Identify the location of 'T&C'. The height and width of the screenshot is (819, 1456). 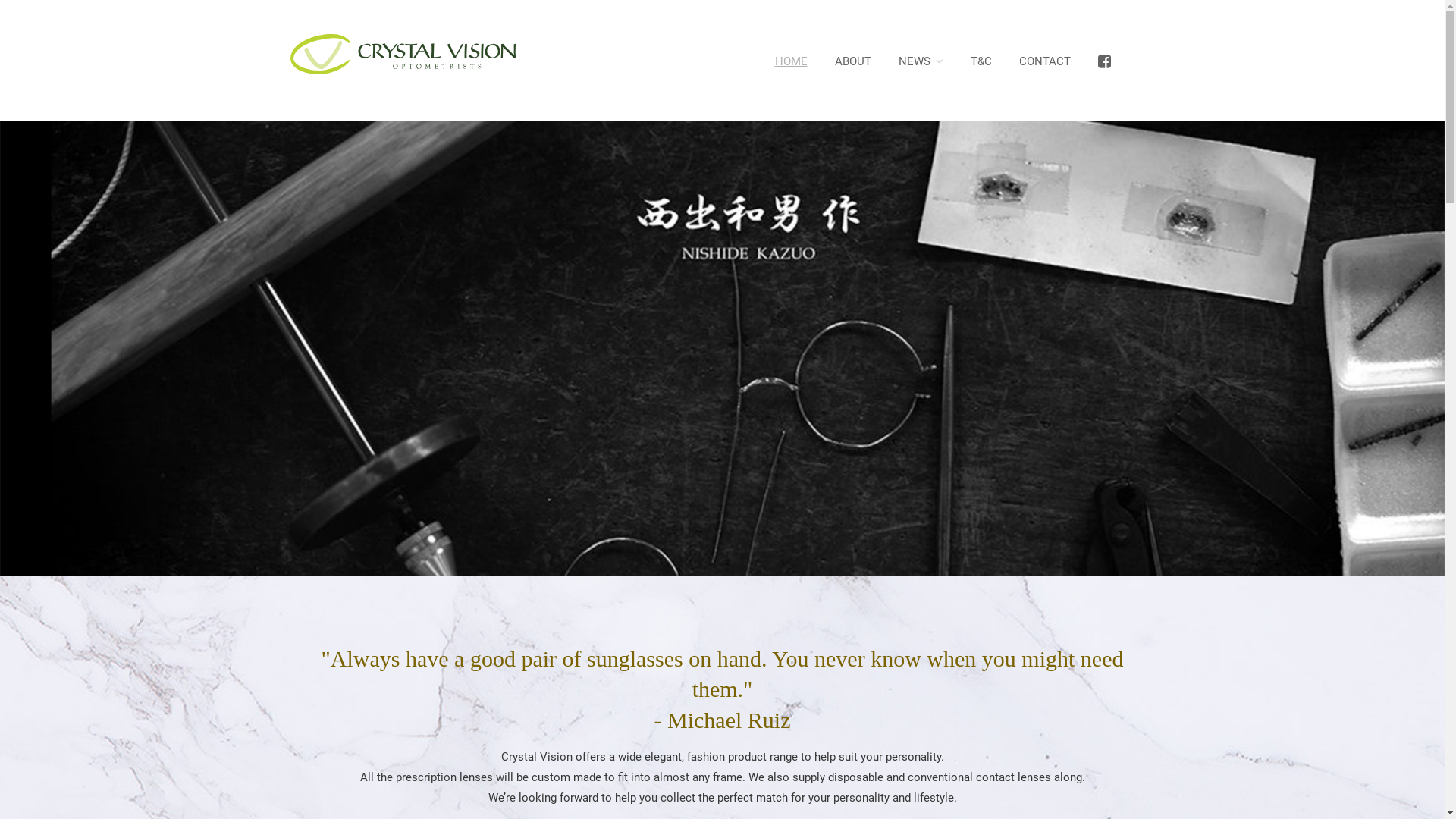
(981, 61).